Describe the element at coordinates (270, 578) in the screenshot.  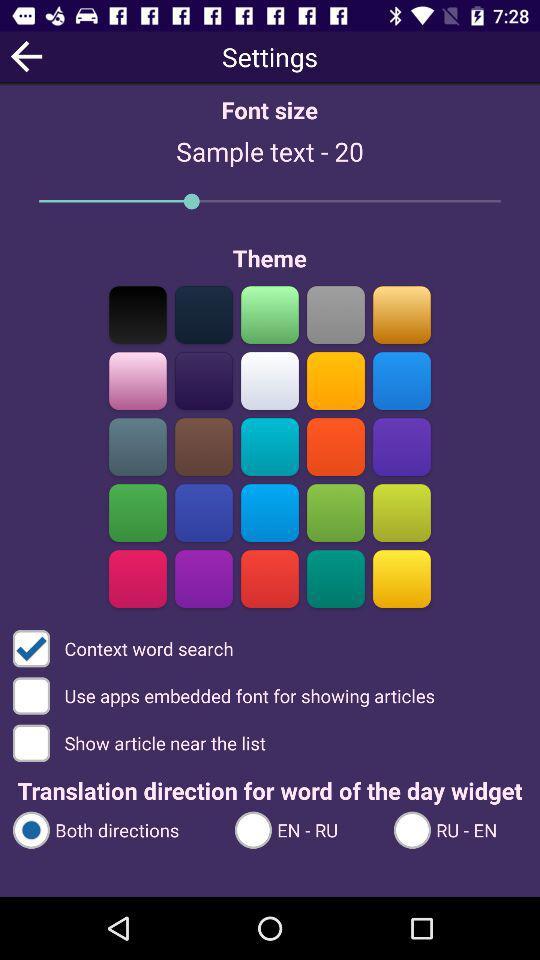
I see `red theme` at that location.